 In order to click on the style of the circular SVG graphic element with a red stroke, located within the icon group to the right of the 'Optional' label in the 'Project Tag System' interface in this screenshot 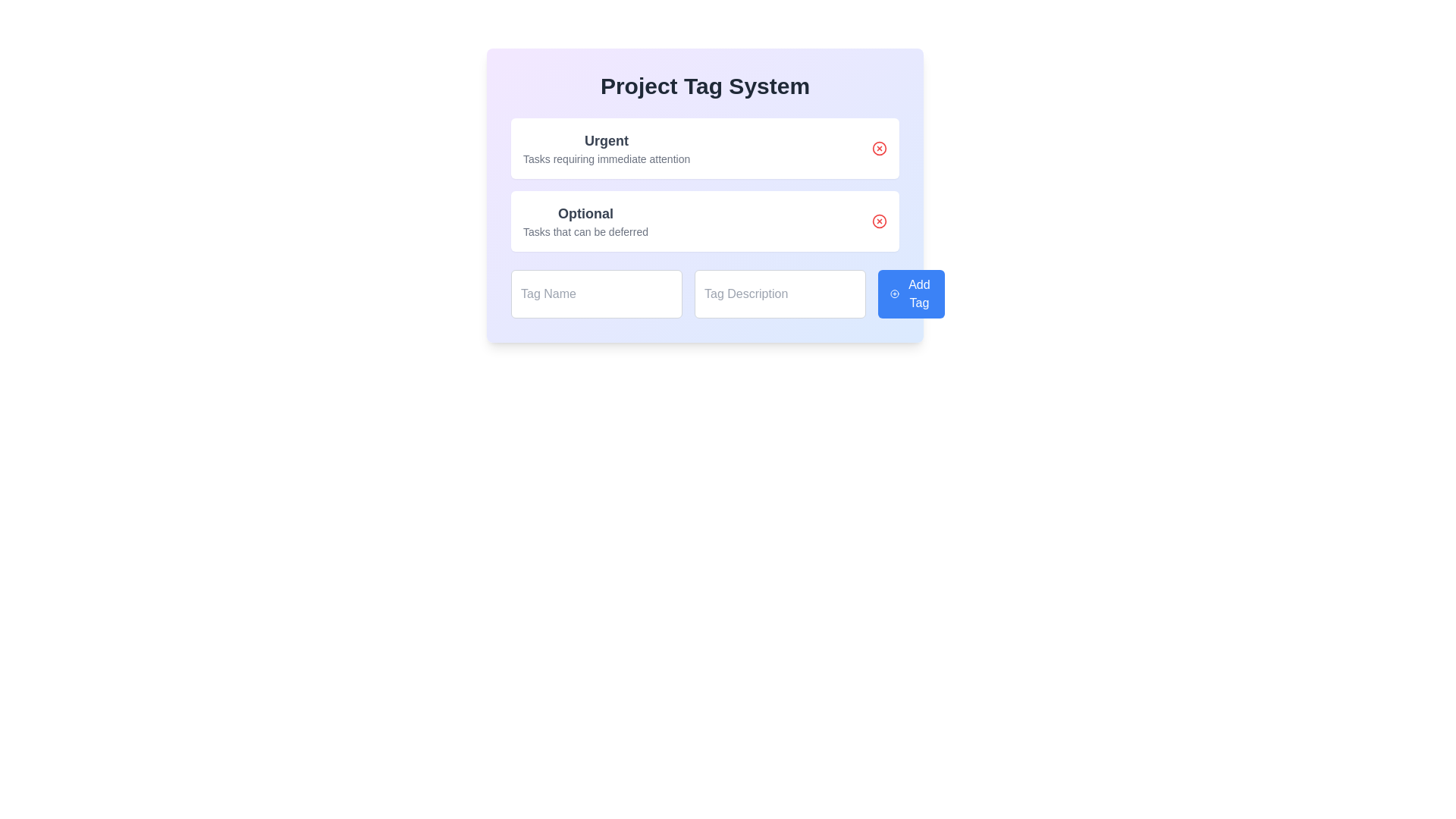, I will do `click(880, 221)`.